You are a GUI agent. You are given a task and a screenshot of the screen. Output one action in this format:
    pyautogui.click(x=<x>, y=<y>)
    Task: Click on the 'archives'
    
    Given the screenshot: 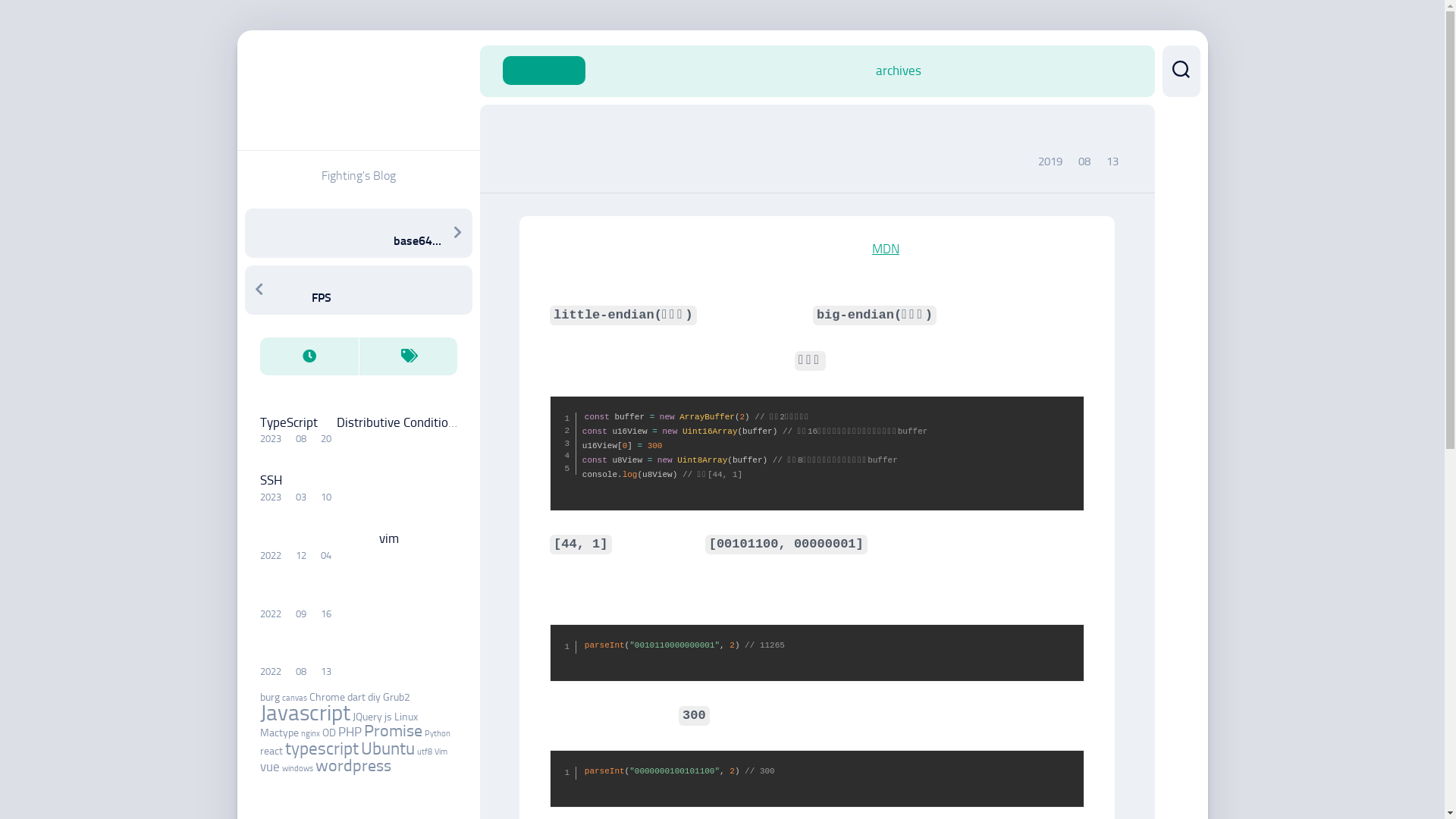 What is the action you would take?
    pyautogui.click(x=898, y=70)
    